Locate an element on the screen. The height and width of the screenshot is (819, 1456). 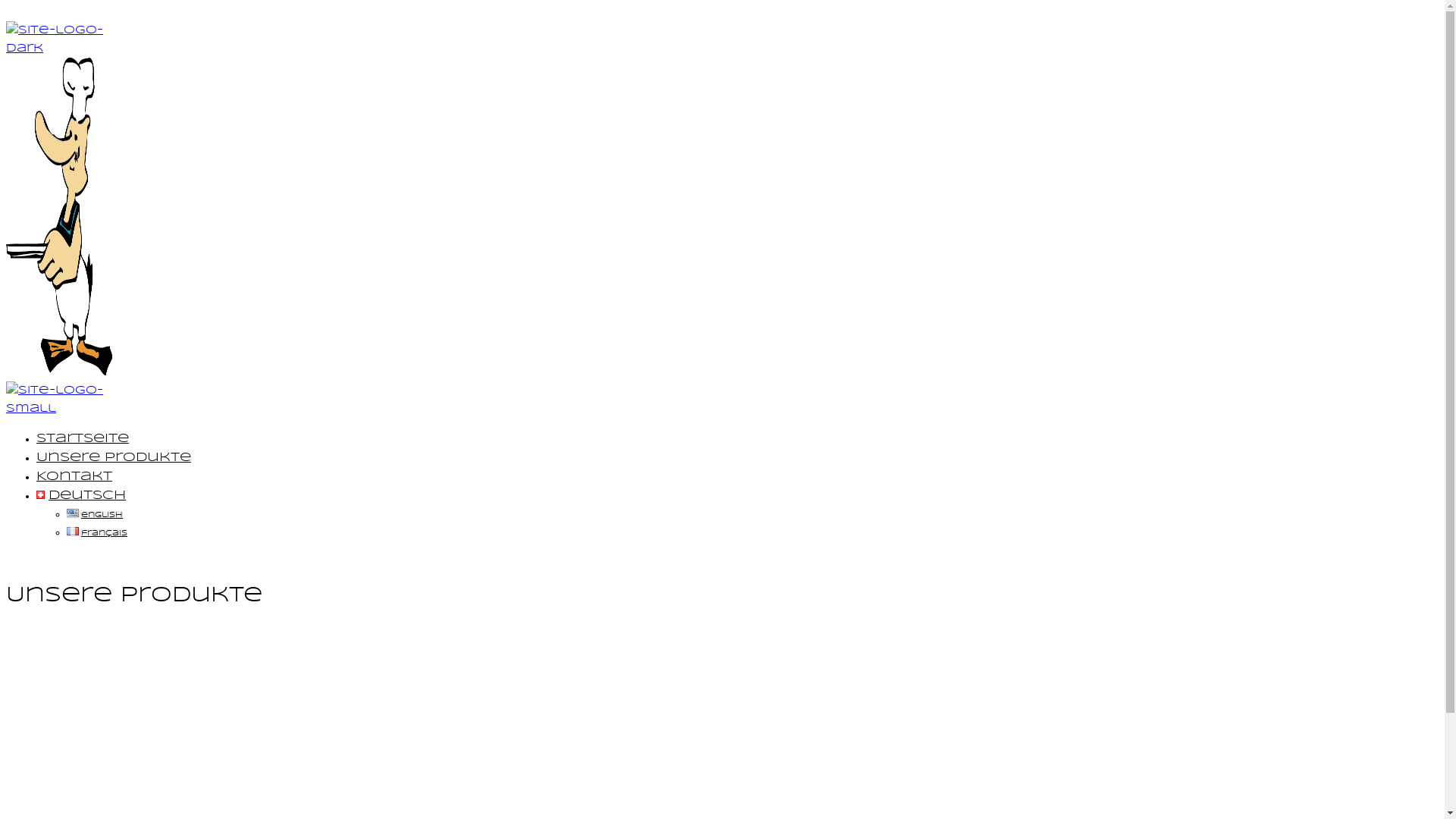
'Deutsch' is located at coordinates (80, 495).